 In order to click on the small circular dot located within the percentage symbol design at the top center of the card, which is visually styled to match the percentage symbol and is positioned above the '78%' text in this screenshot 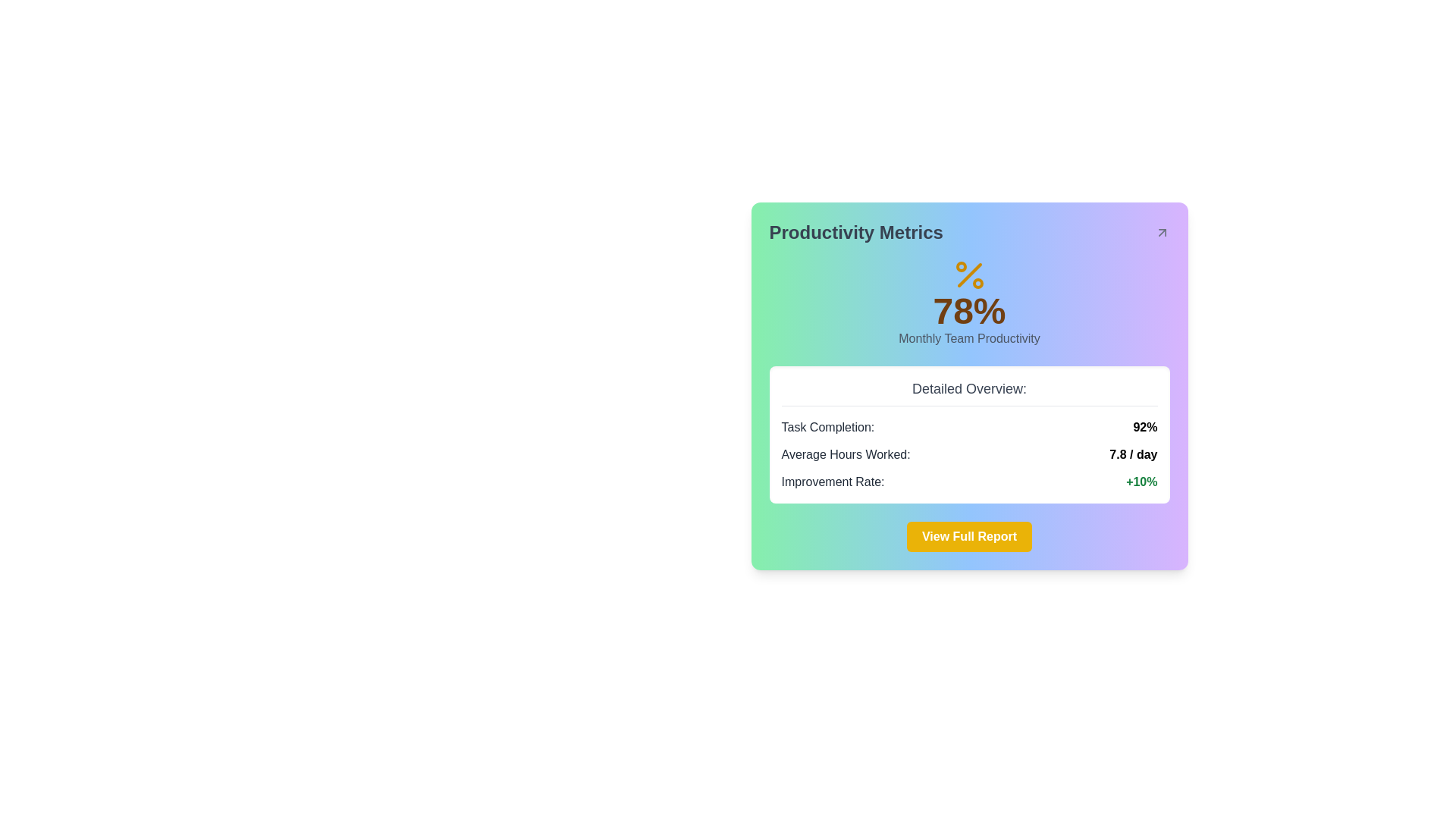, I will do `click(960, 265)`.